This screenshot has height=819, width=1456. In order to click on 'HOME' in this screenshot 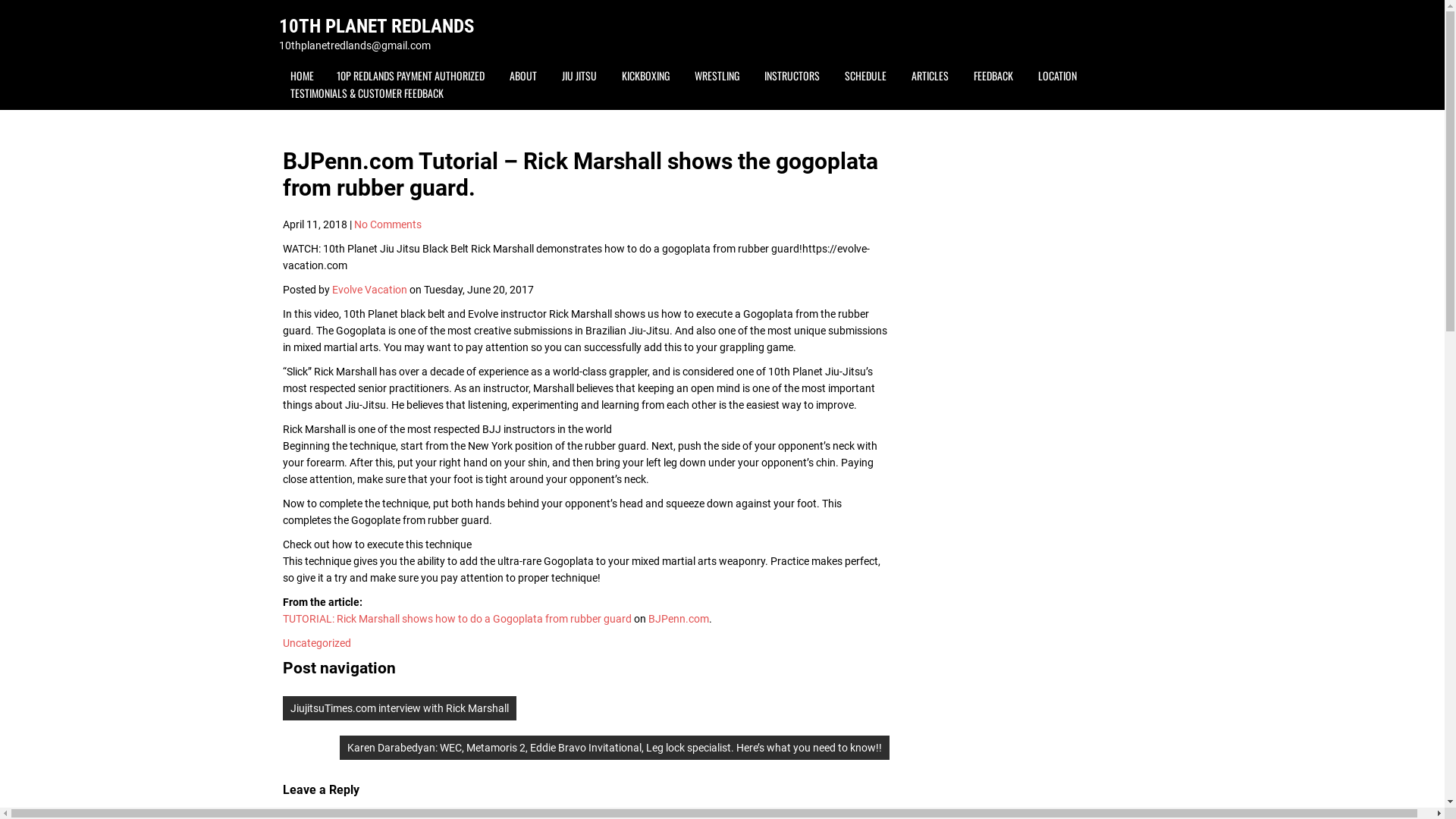, I will do `click(279, 75)`.